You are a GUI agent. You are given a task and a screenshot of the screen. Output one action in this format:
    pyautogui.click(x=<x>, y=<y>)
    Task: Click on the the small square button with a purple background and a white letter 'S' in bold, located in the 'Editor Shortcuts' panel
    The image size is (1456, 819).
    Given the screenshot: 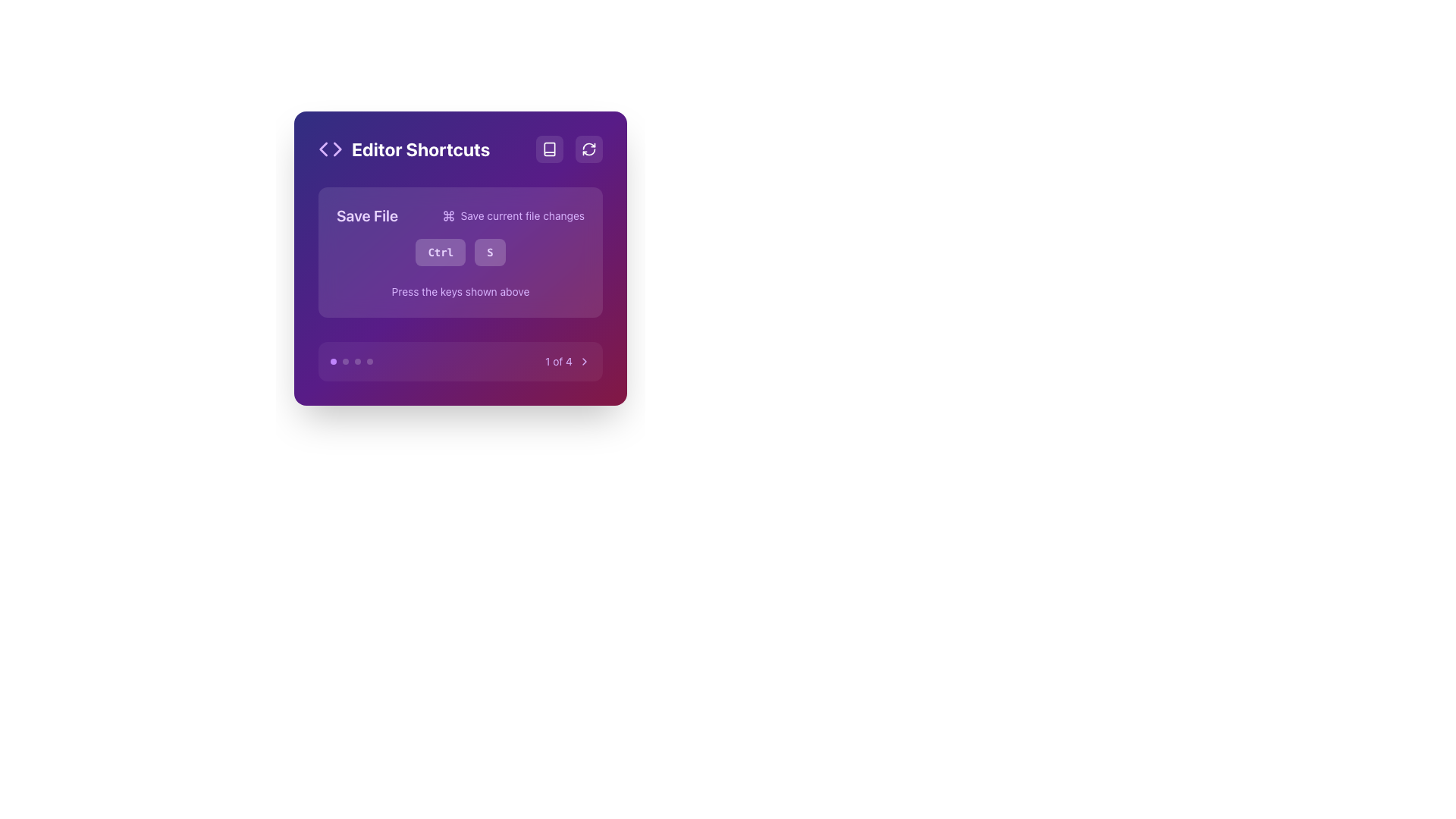 What is the action you would take?
    pyautogui.click(x=490, y=251)
    